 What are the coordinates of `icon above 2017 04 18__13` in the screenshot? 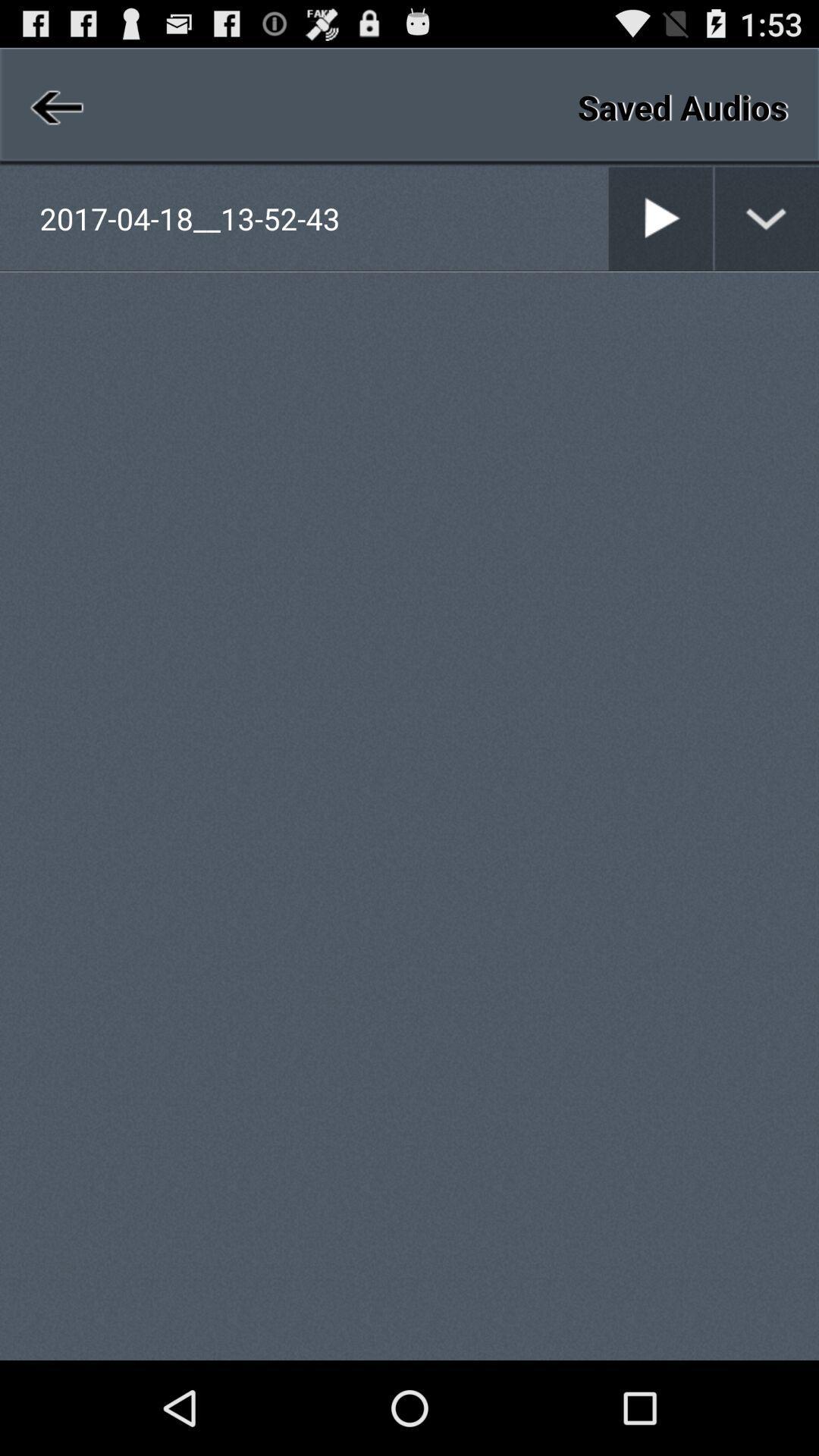 It's located at (54, 106).